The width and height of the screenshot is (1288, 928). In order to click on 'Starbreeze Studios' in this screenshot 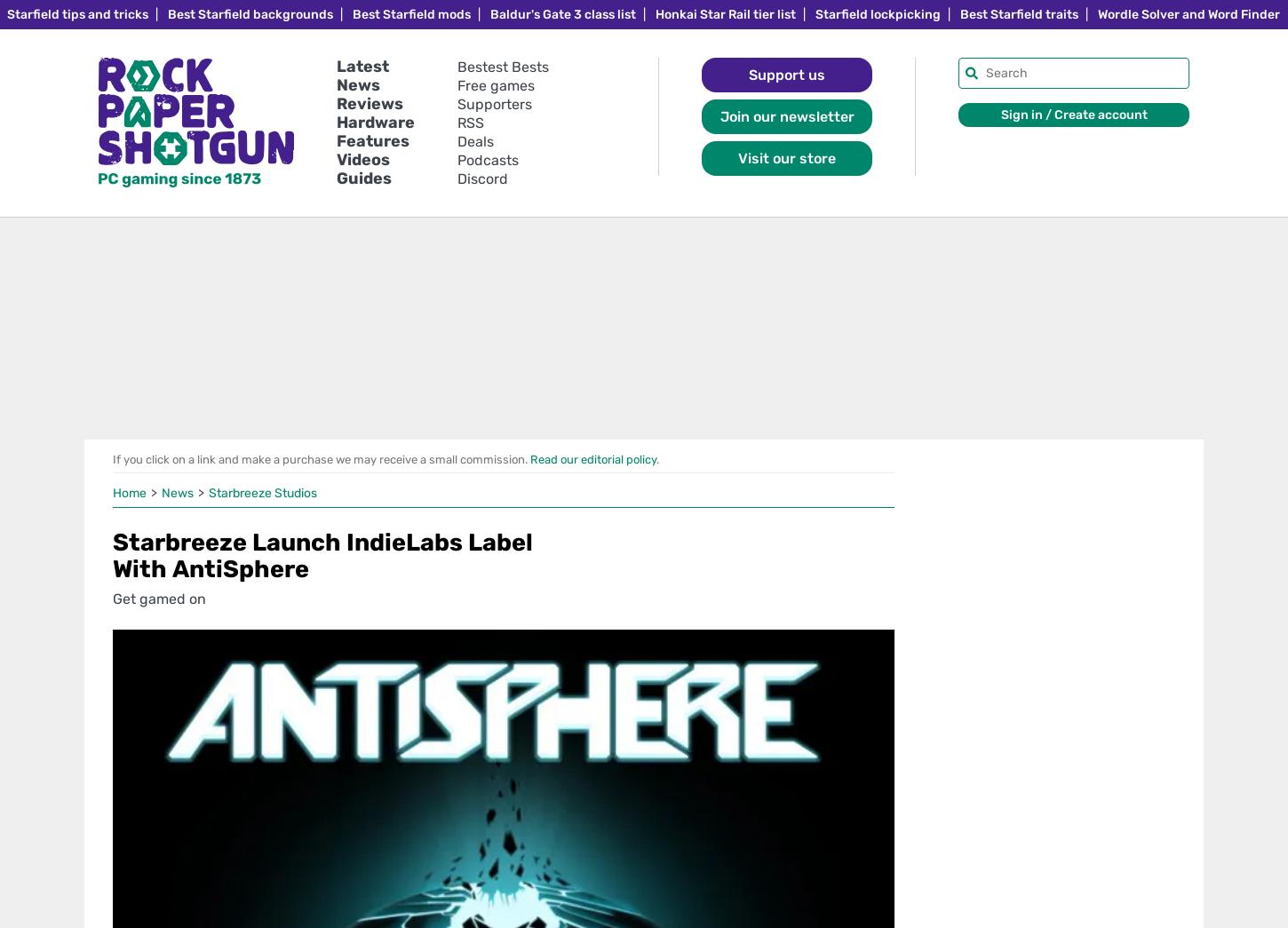, I will do `click(262, 493)`.